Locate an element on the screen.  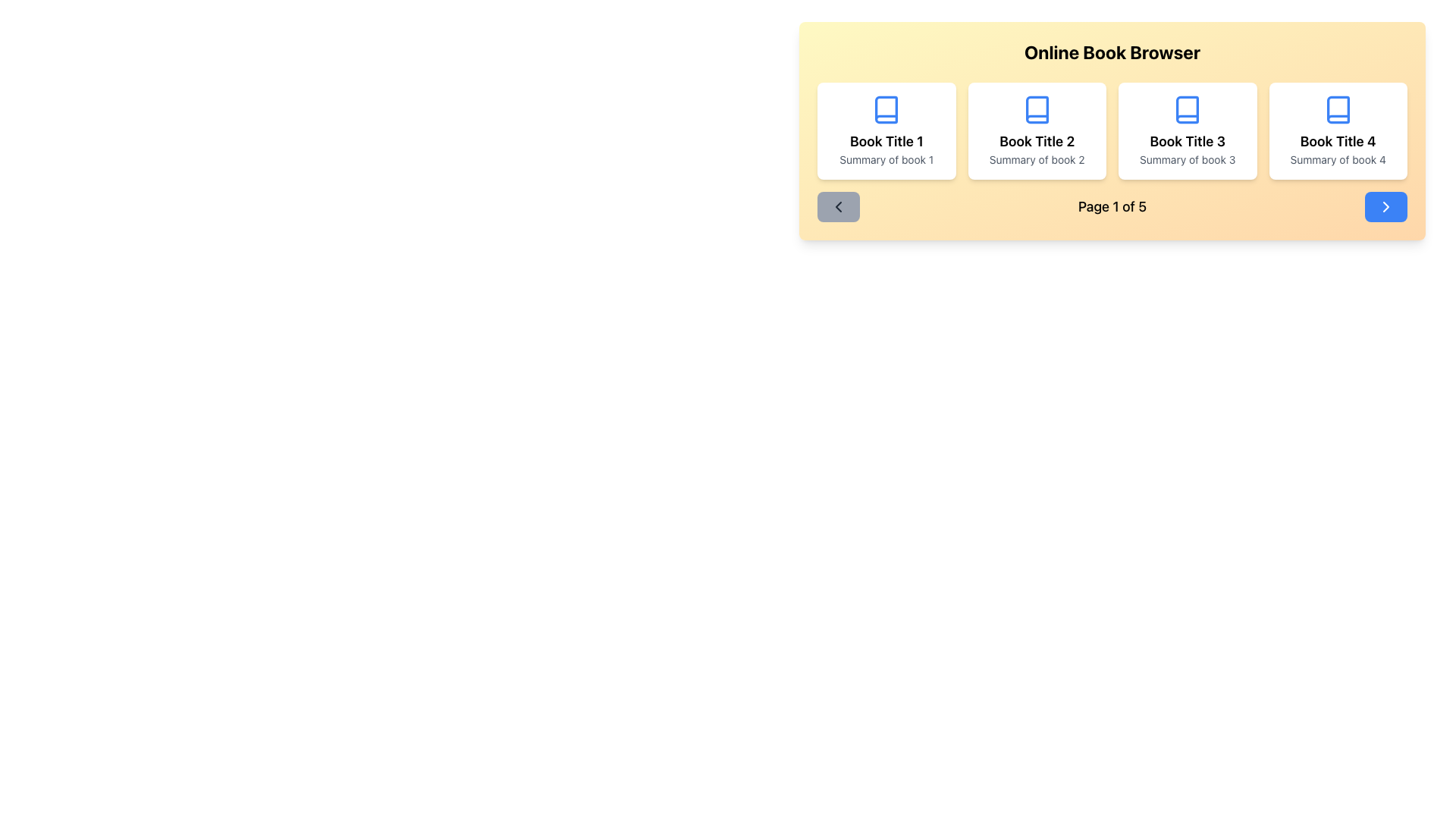
text label 'Summary of book 2' located under the title 'Book Title 2' in the second slot of the book browser interface is located at coordinates (1036, 160).